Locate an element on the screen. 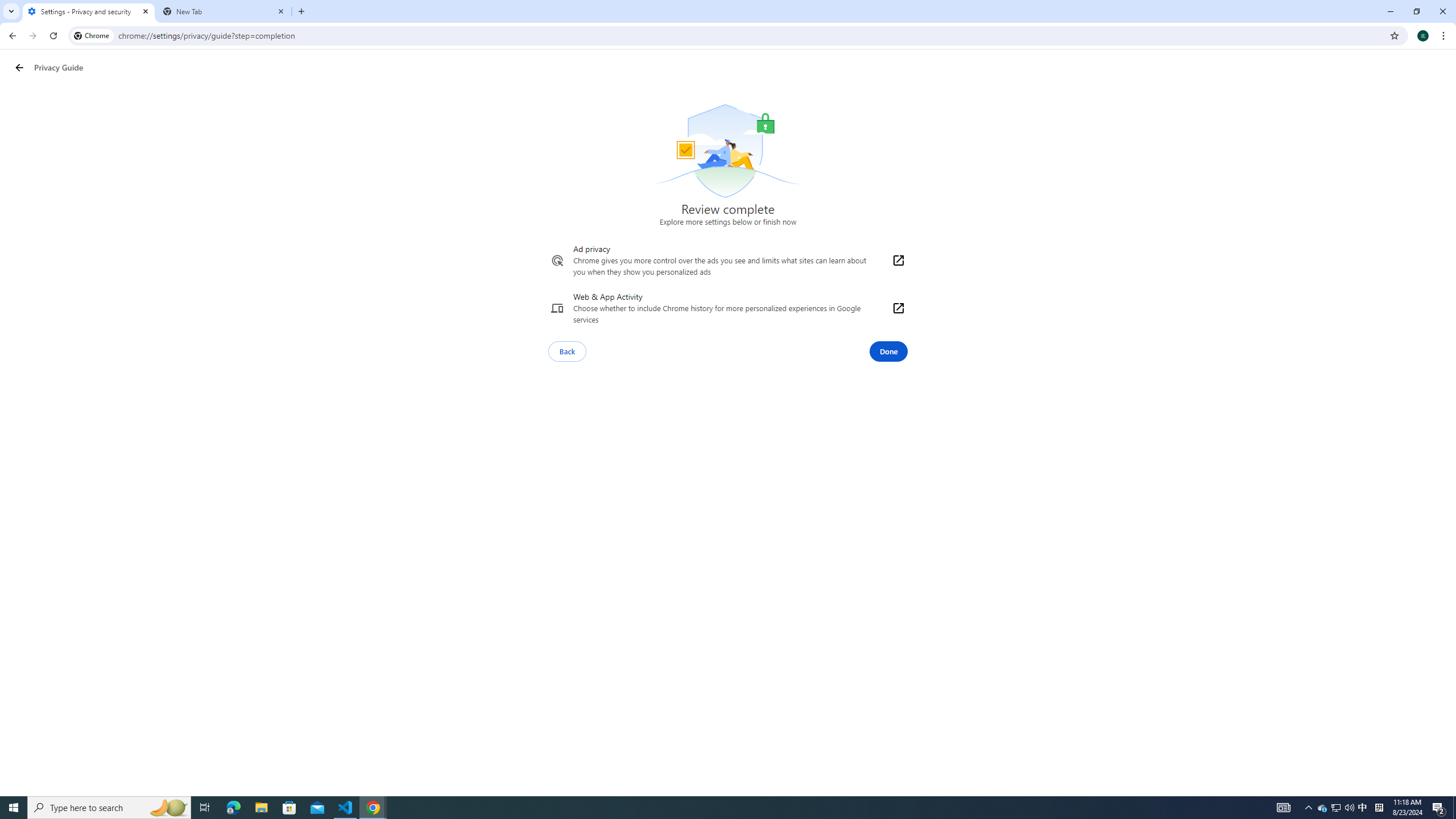  'New Tab' is located at coordinates (224, 11).